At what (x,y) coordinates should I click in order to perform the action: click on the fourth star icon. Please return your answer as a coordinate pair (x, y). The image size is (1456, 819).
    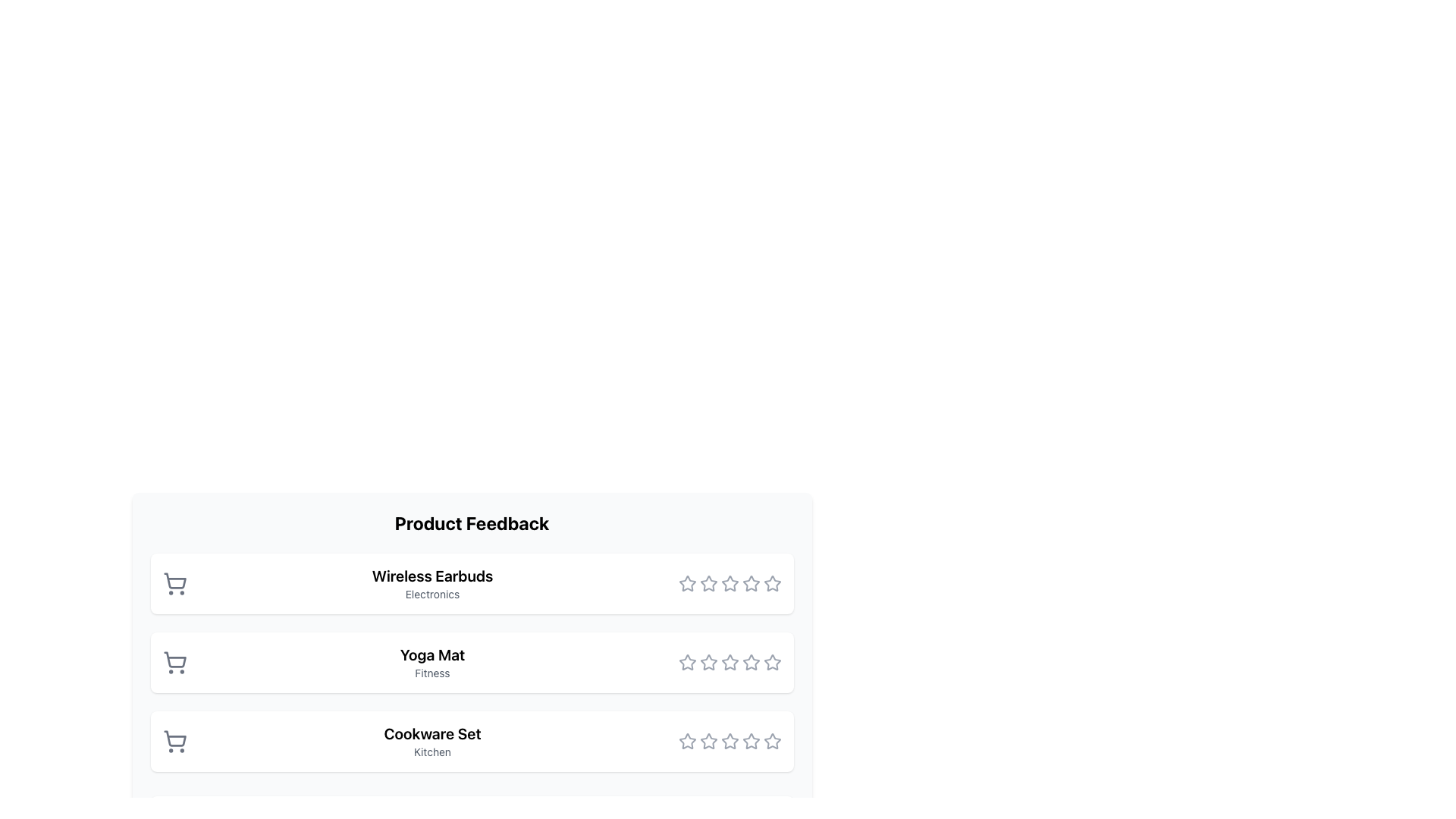
    Looking at the image, I should click on (750, 582).